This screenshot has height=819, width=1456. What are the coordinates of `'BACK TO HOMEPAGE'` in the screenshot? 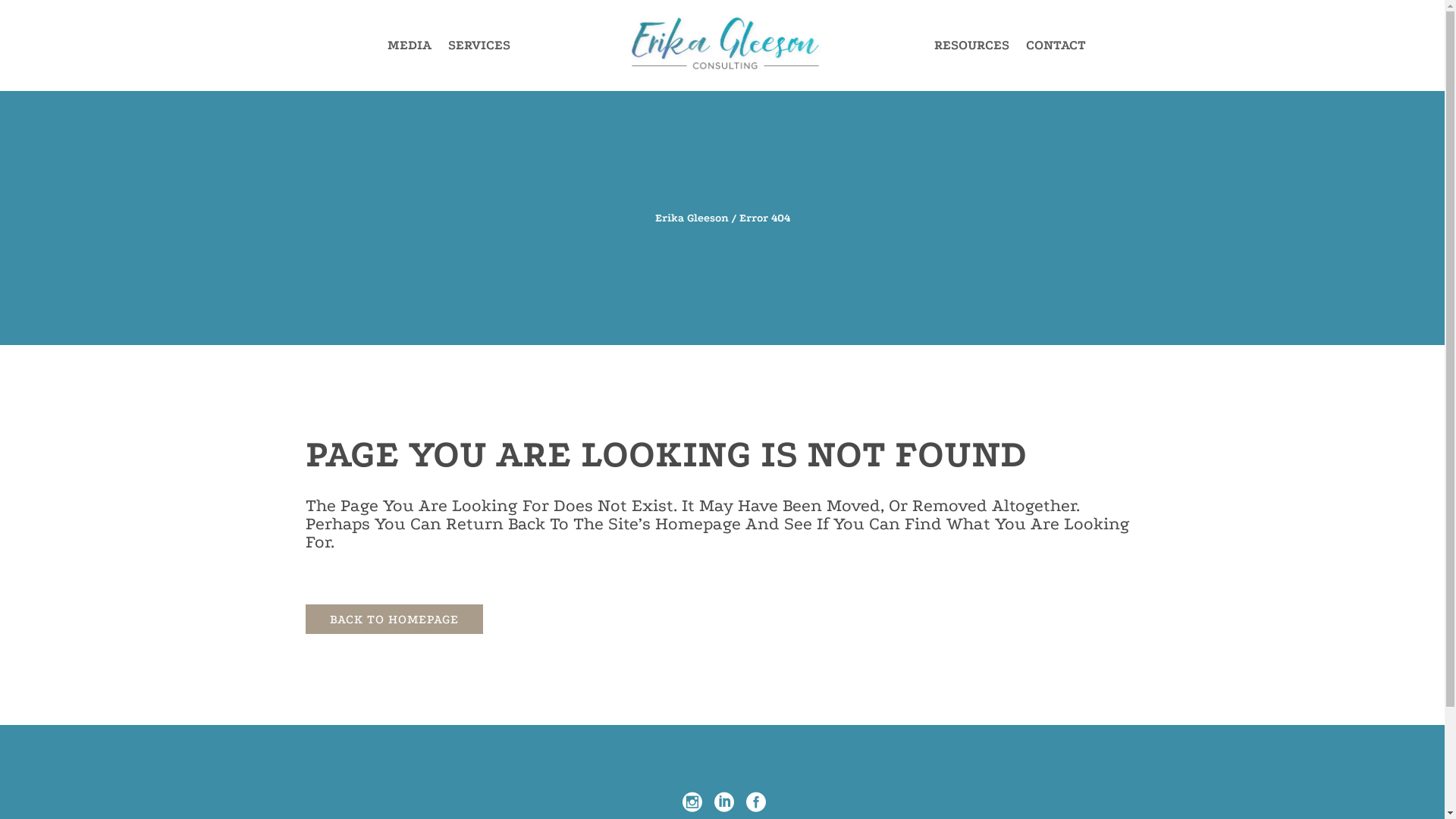 It's located at (393, 619).